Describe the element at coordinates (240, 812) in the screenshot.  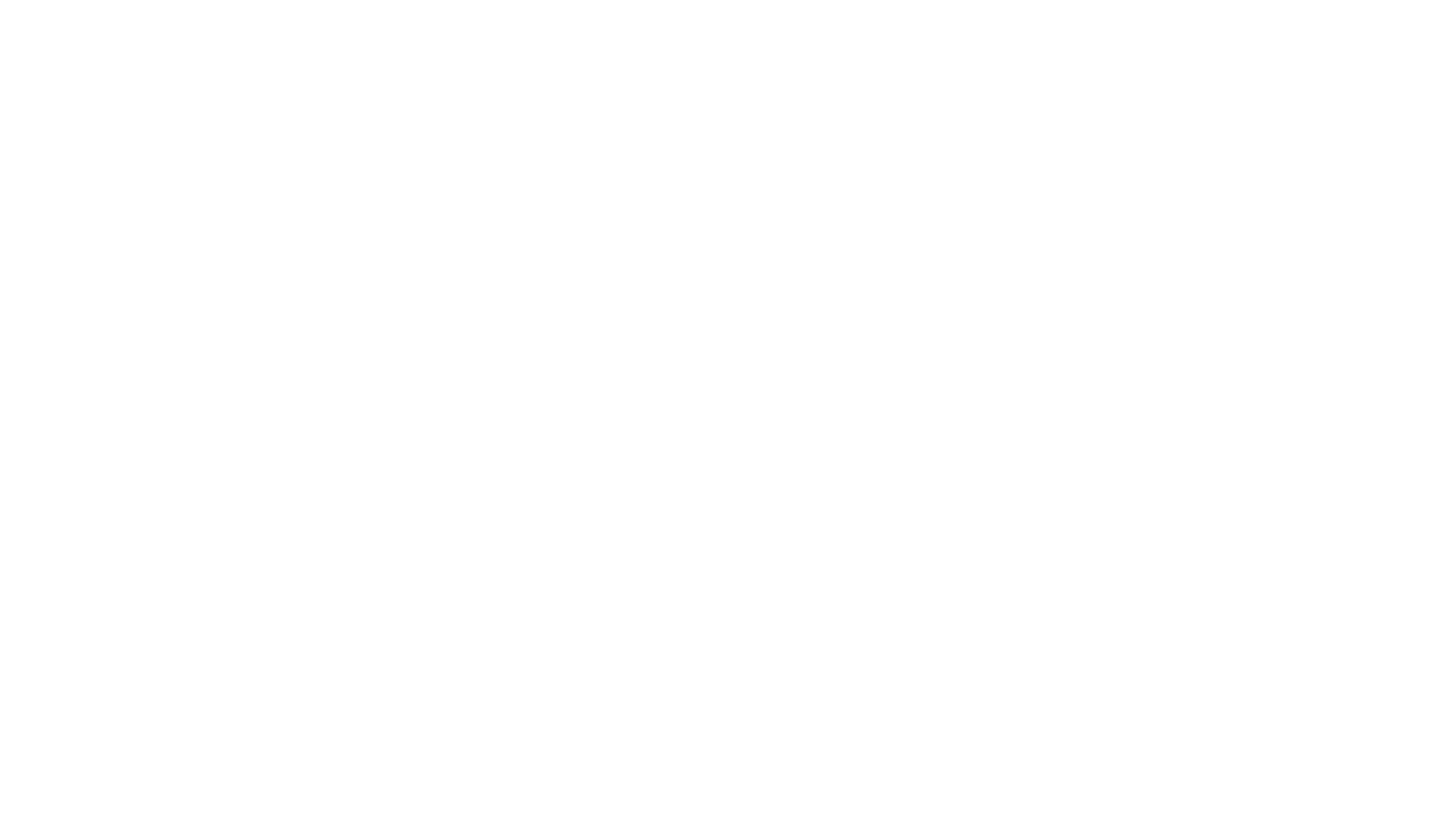
I see `'Copyright © Wellingborough School 2023'` at that location.